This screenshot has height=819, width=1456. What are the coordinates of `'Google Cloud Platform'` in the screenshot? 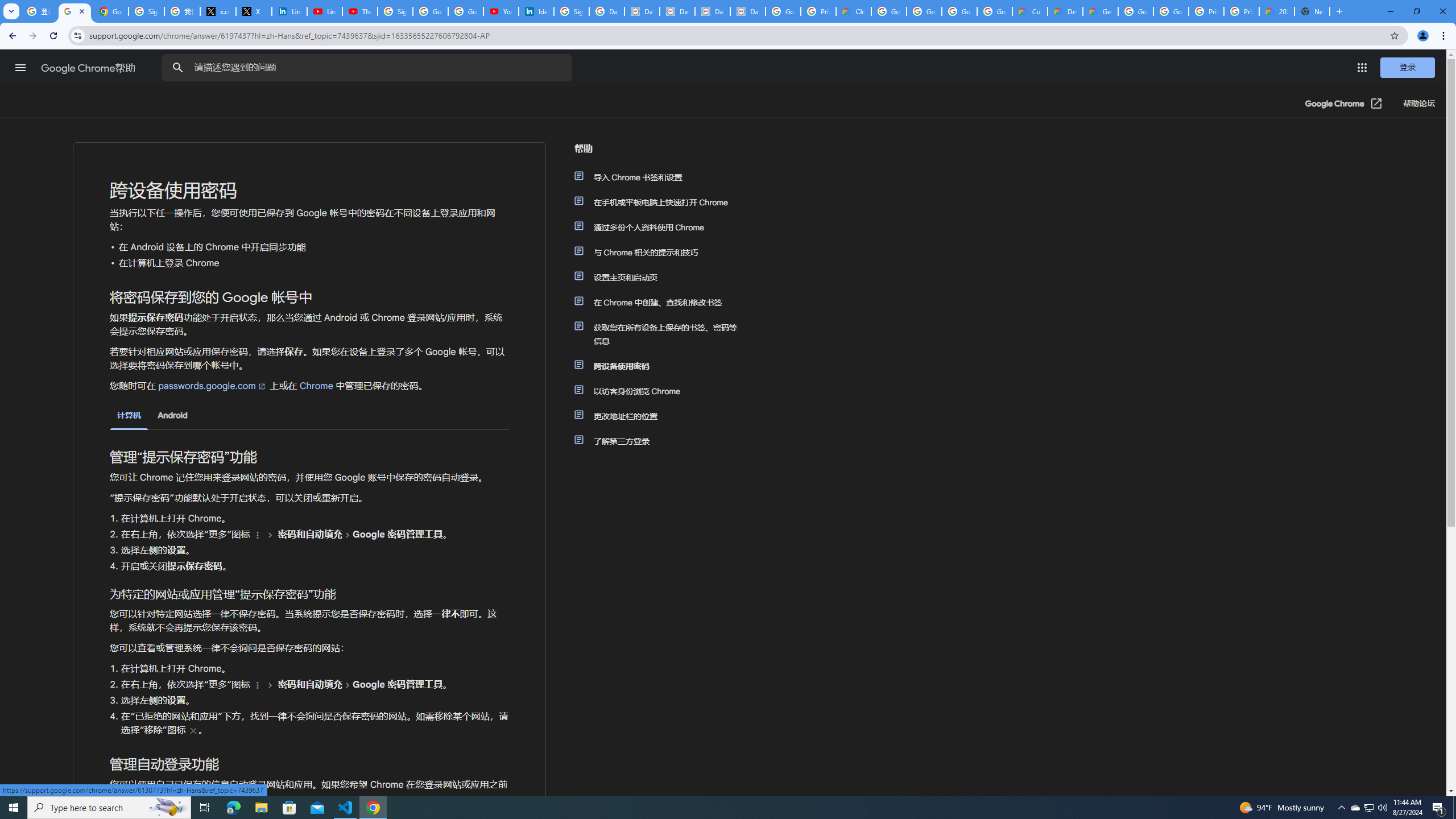 It's located at (1135, 11).